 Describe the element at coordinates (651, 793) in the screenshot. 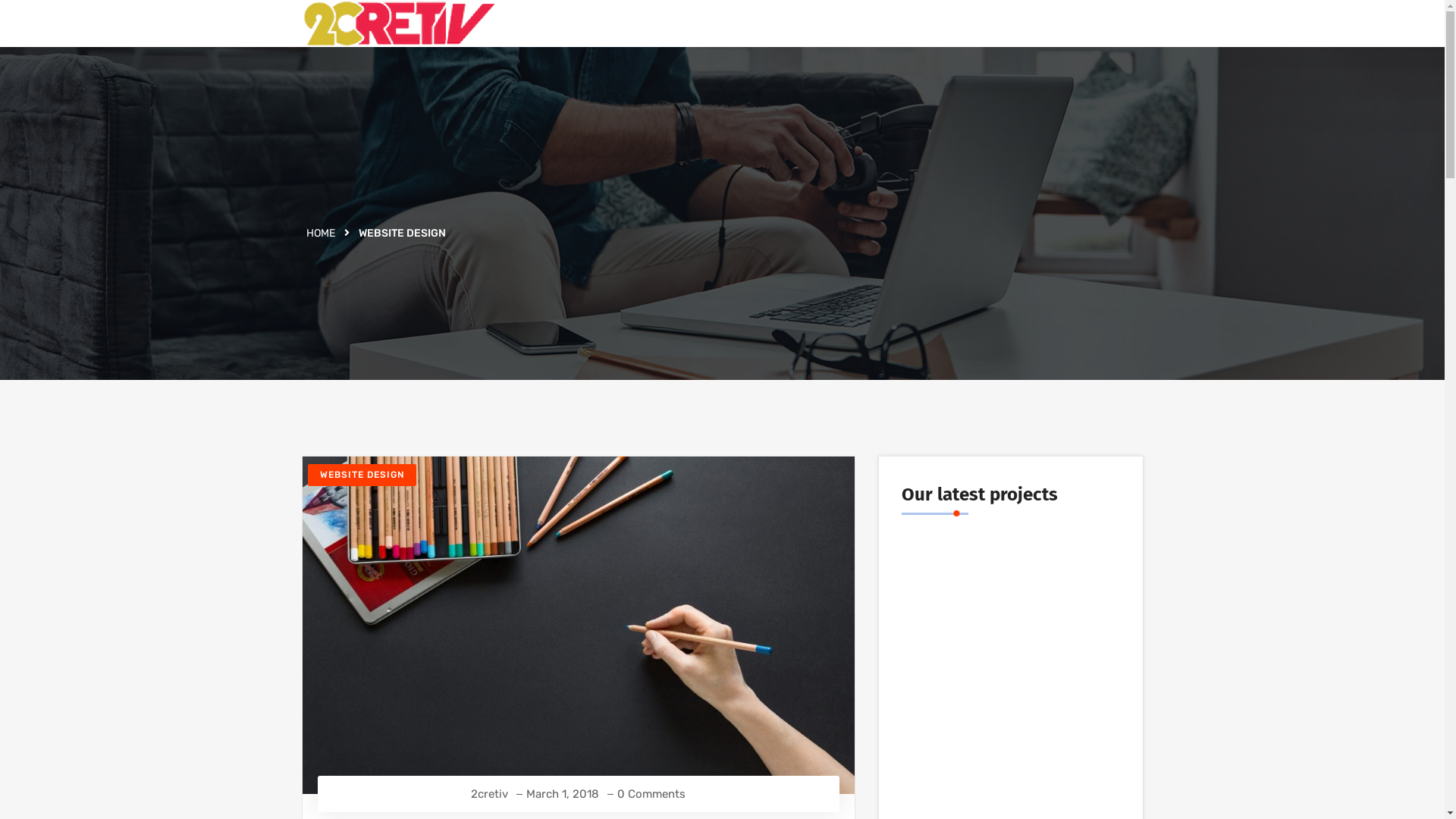

I see `'0 Comments'` at that location.